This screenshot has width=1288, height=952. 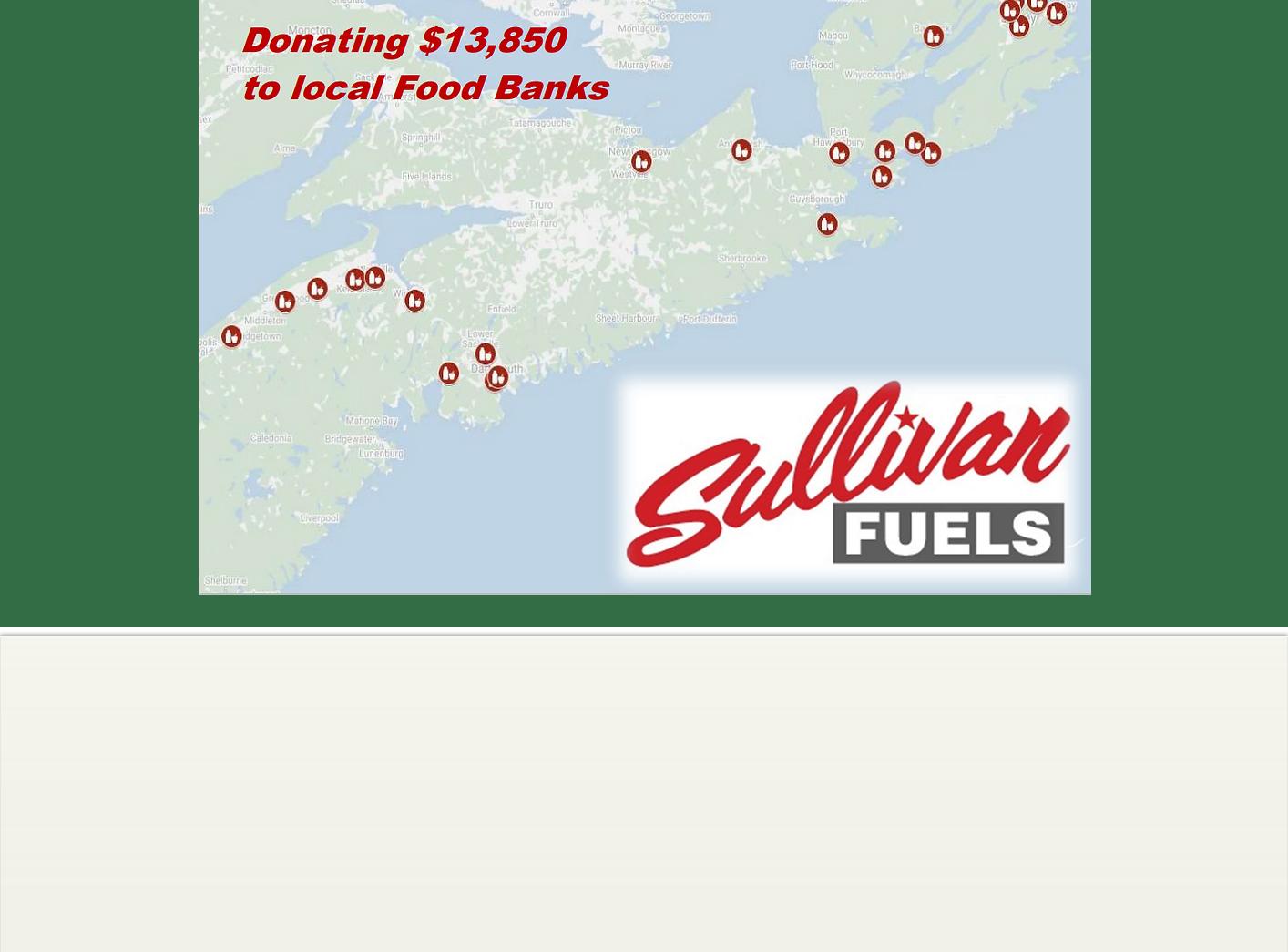 I want to click on 'Tel: 902-864-3220', so click(x=997, y=776).